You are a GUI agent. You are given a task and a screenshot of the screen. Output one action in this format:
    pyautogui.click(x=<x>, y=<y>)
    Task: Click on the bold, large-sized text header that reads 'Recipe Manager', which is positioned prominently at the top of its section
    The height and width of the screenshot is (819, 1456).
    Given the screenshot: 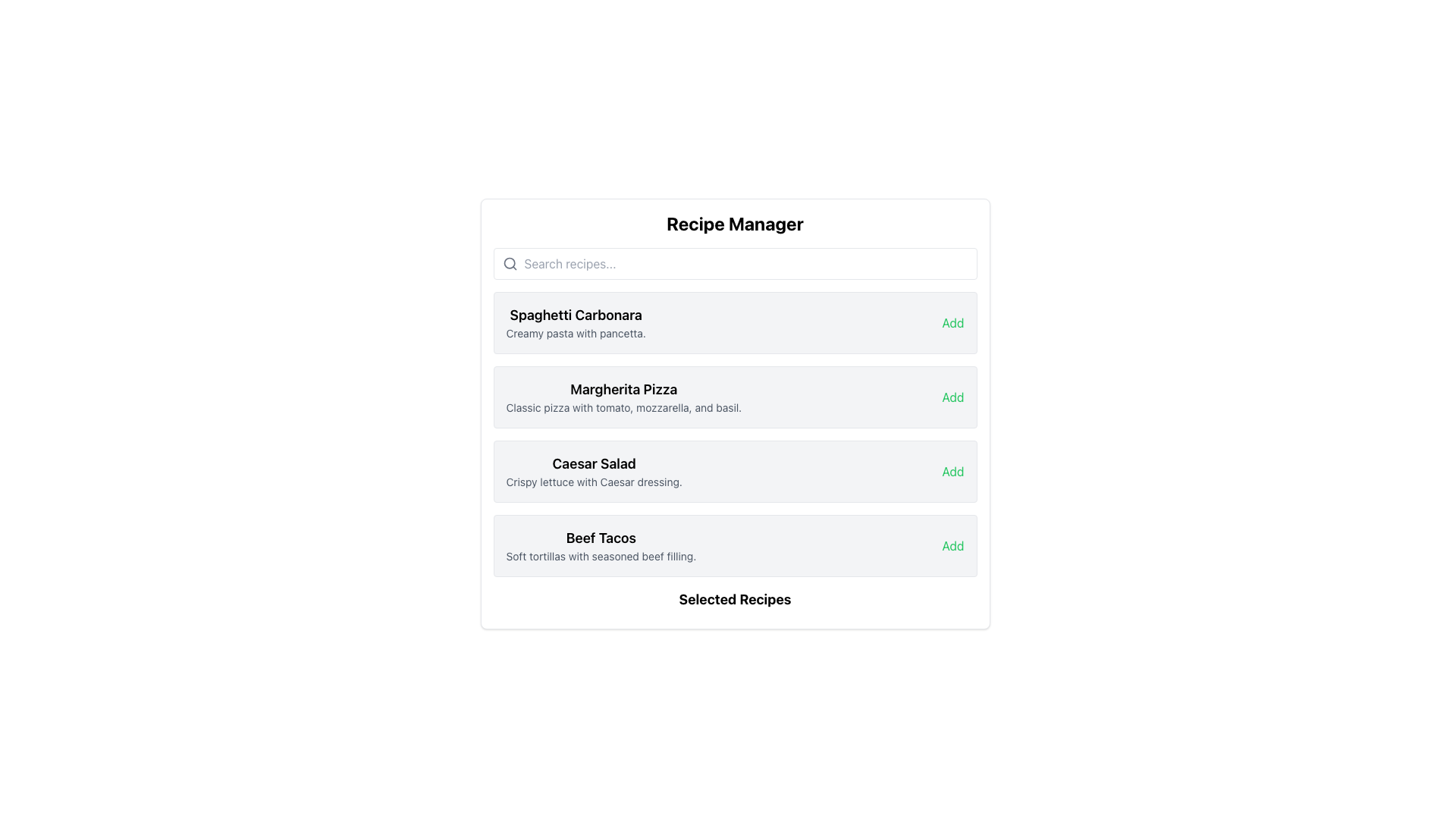 What is the action you would take?
    pyautogui.click(x=735, y=223)
    